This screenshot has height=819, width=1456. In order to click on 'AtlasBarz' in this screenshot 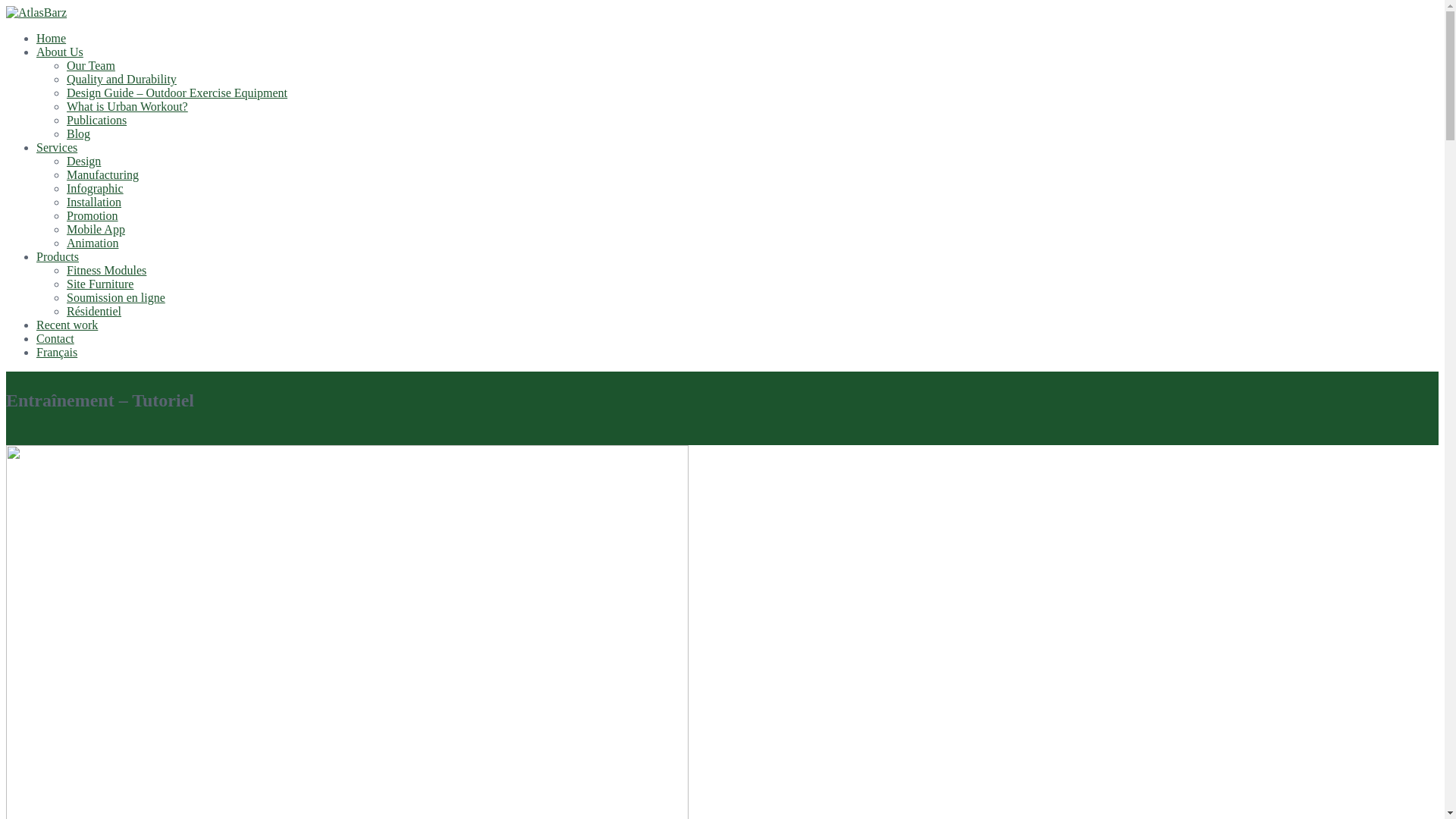, I will do `click(36, 12)`.